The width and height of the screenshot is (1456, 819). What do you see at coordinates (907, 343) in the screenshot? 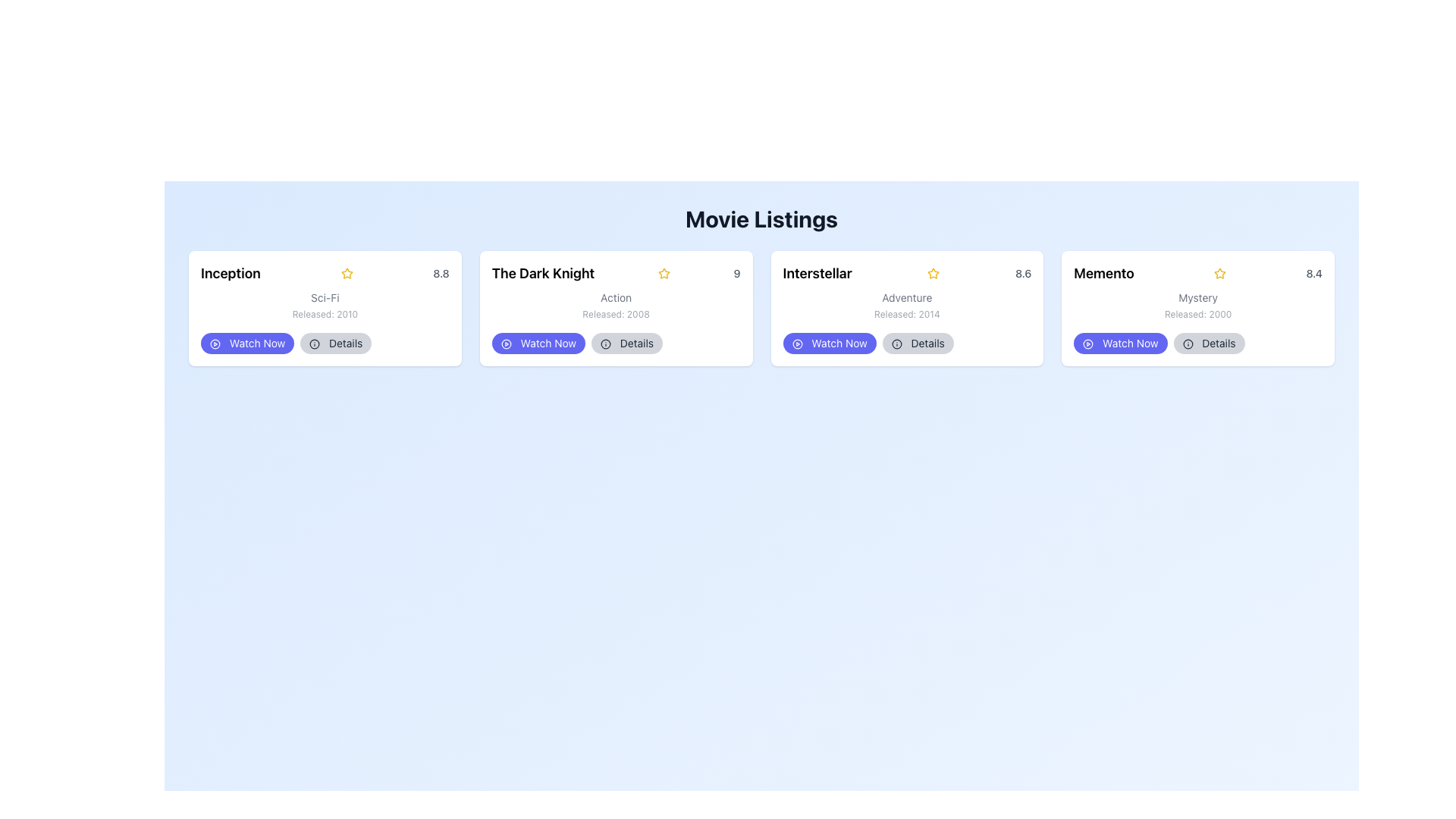
I see `the button` at bounding box center [907, 343].